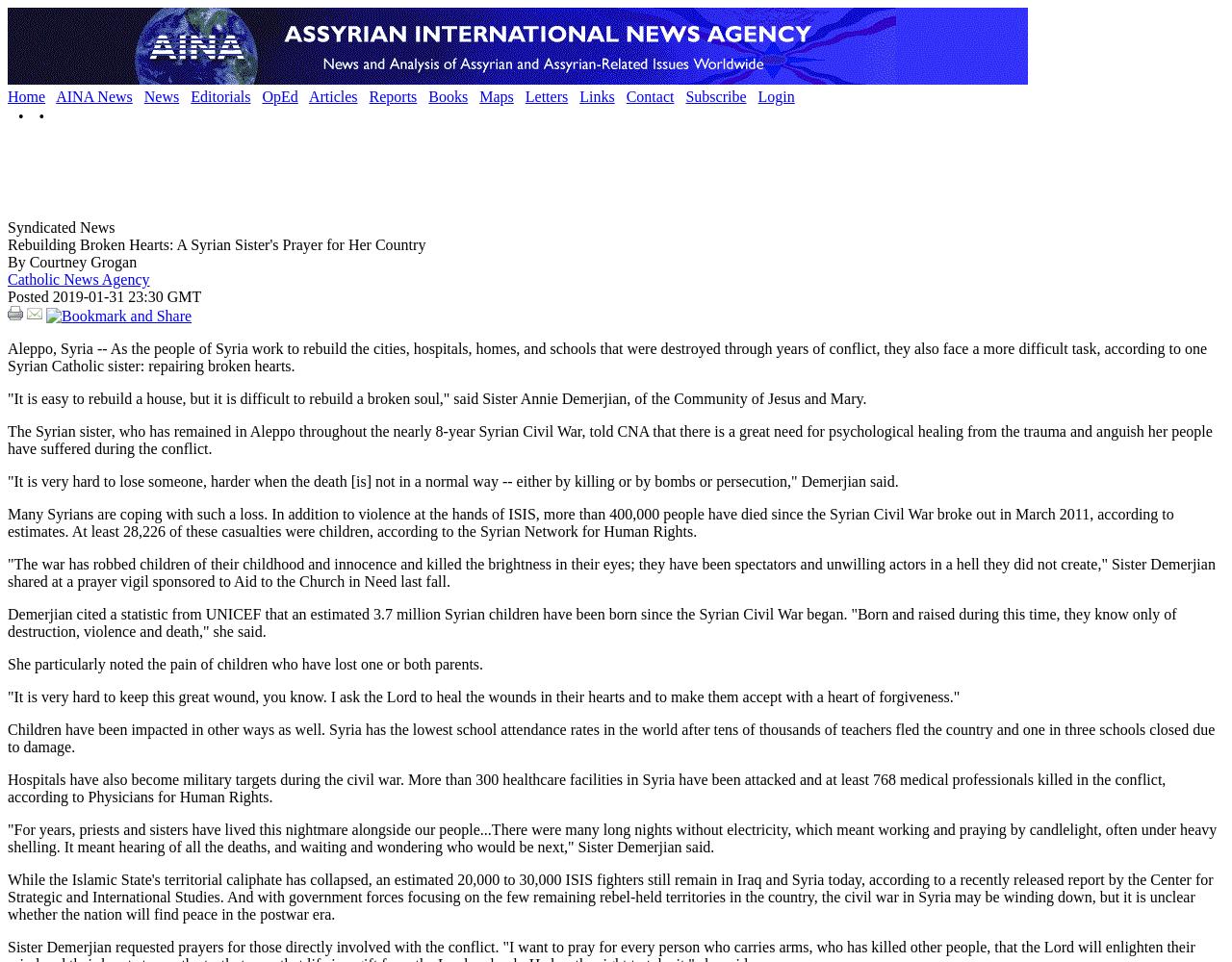 This screenshot has width=1232, height=962. Describe the element at coordinates (103, 296) in the screenshot. I see `'Posted 2019-01-31 23:30 GMT'` at that location.